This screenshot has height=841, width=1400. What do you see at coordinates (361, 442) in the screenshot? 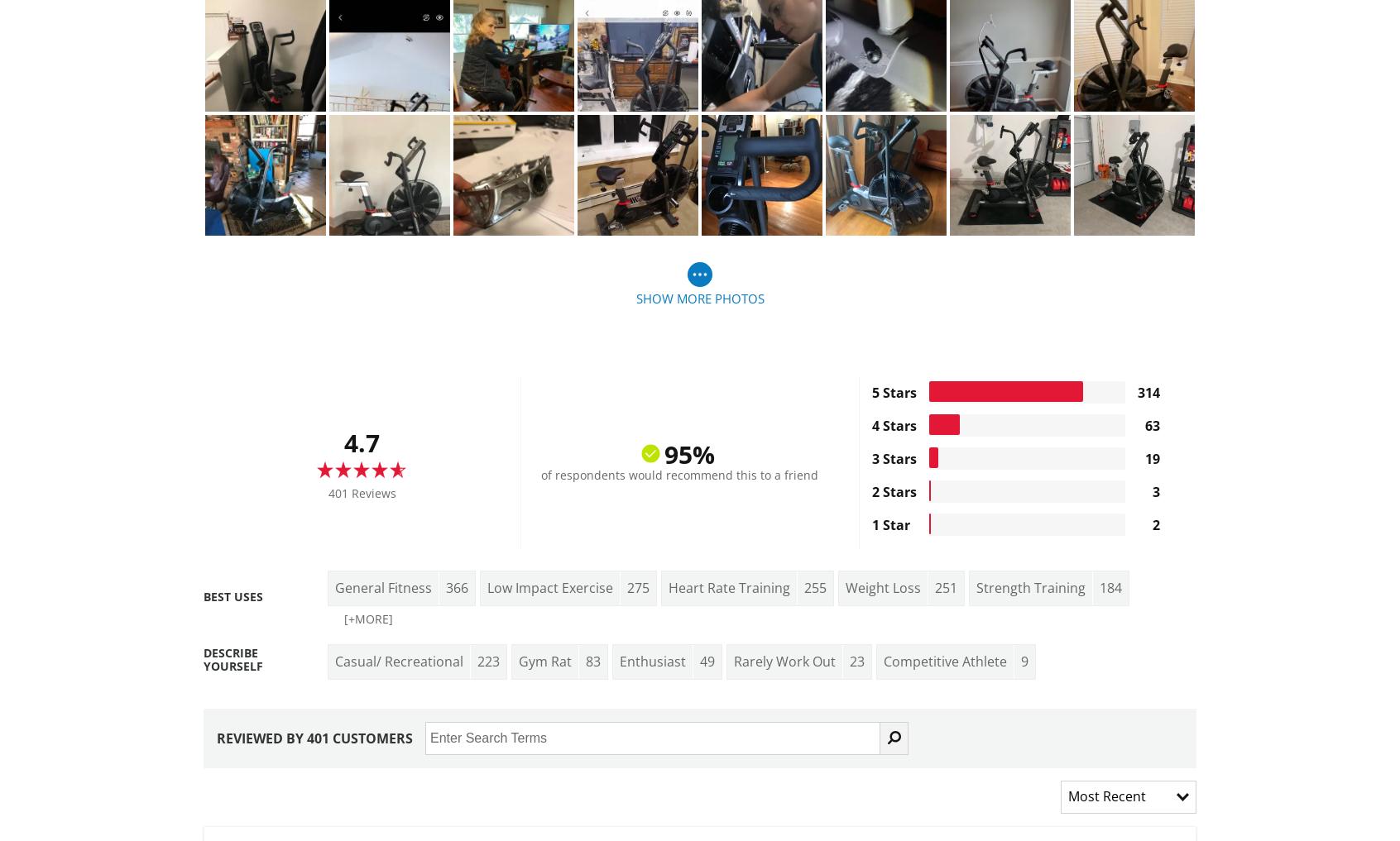
I see `'4.7'` at bounding box center [361, 442].